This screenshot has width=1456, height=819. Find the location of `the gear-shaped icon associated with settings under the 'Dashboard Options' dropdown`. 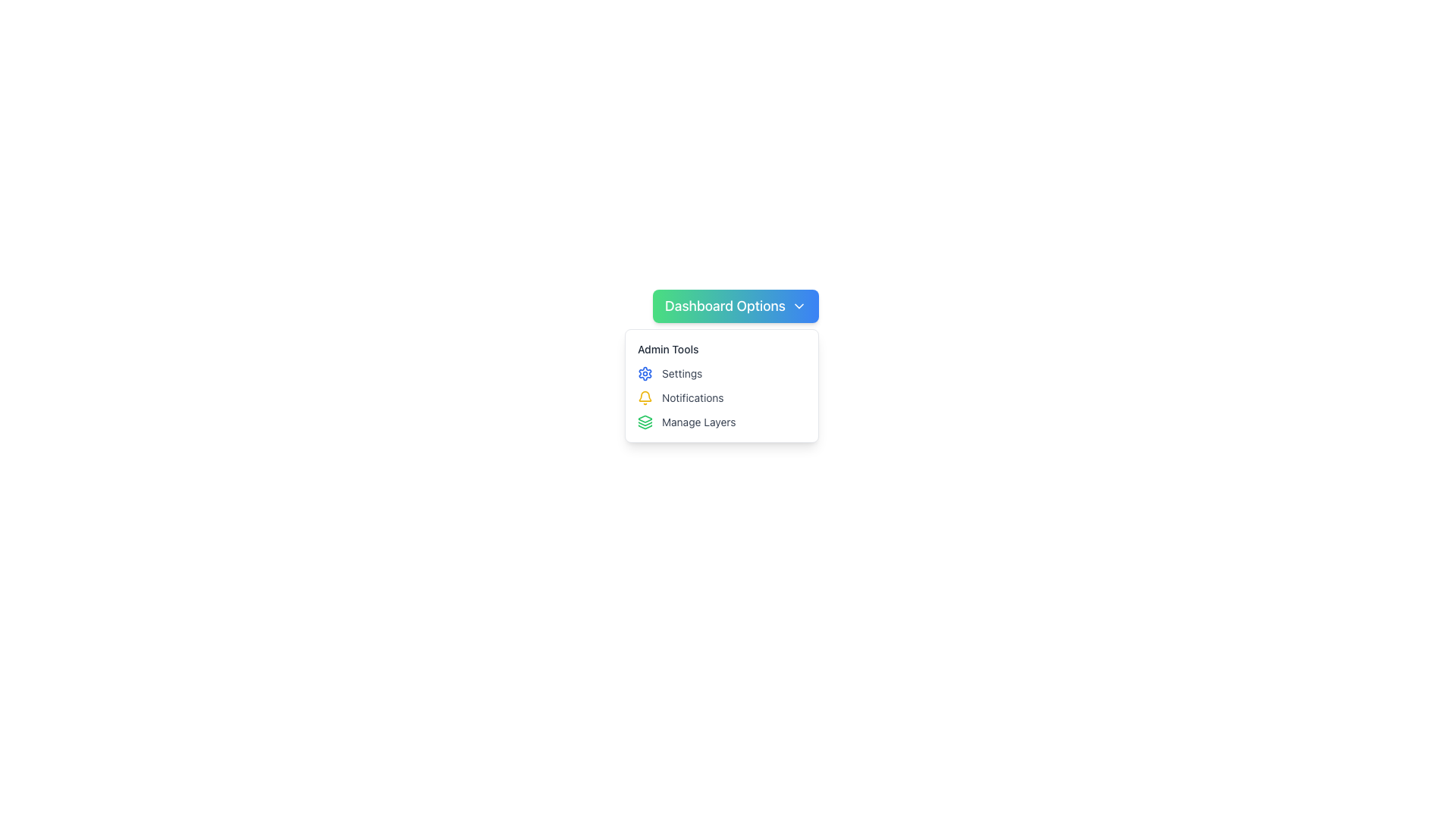

the gear-shaped icon associated with settings under the 'Dashboard Options' dropdown is located at coordinates (645, 374).